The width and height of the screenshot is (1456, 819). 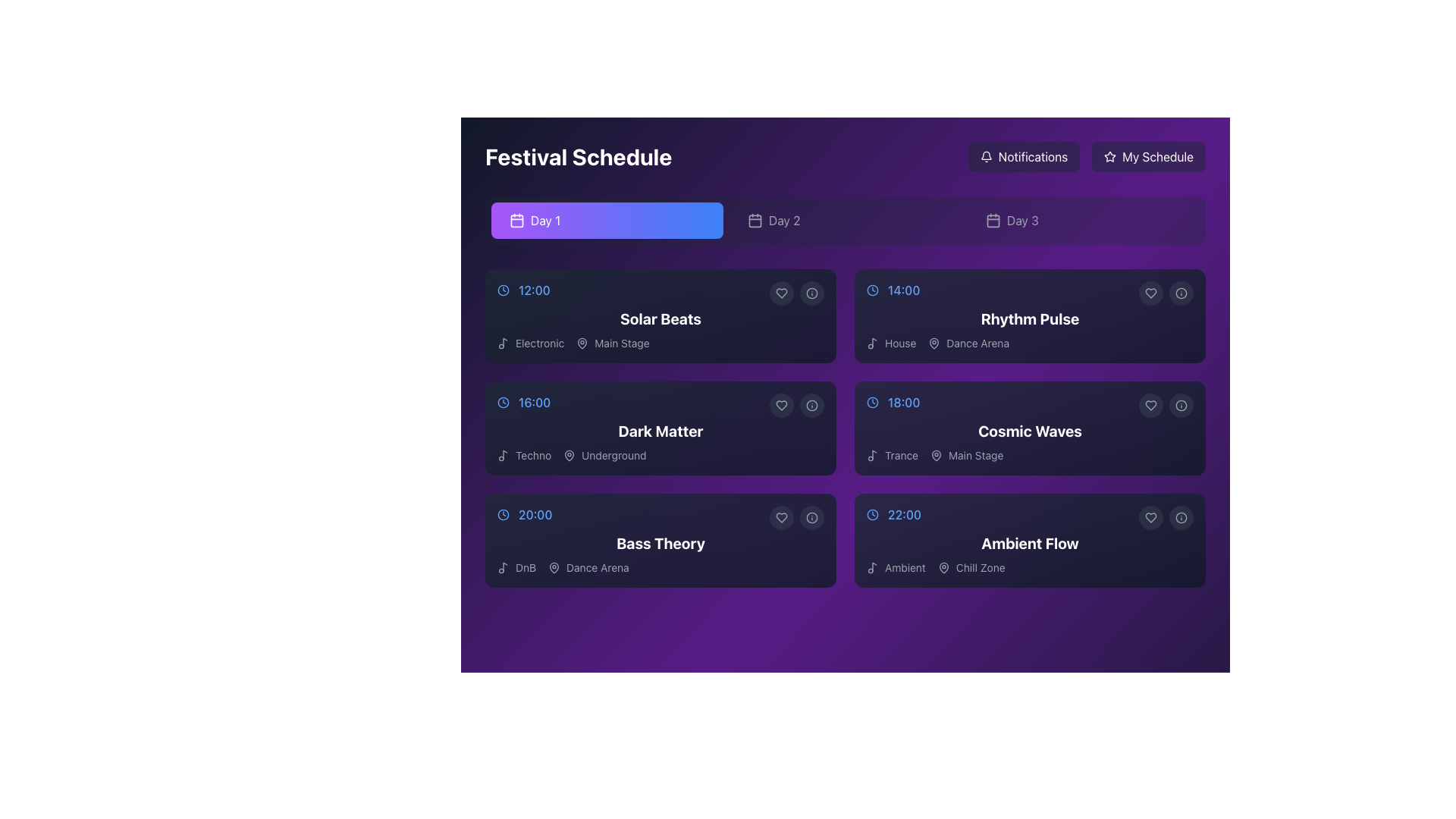 What do you see at coordinates (1150, 516) in the screenshot?
I see `the leftmost icon` at bounding box center [1150, 516].